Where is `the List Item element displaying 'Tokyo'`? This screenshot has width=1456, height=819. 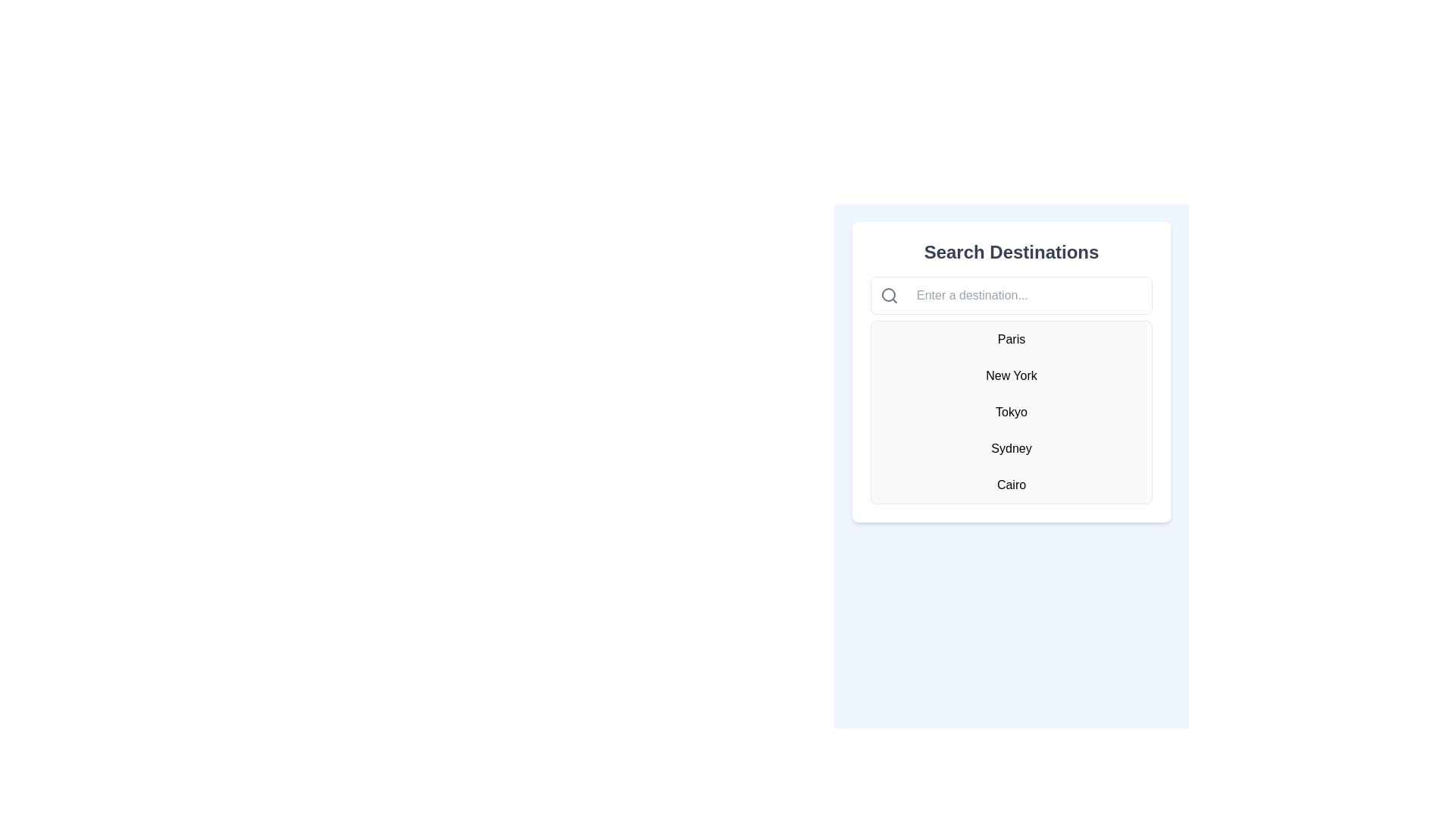 the List Item element displaying 'Tokyo' is located at coordinates (1012, 412).